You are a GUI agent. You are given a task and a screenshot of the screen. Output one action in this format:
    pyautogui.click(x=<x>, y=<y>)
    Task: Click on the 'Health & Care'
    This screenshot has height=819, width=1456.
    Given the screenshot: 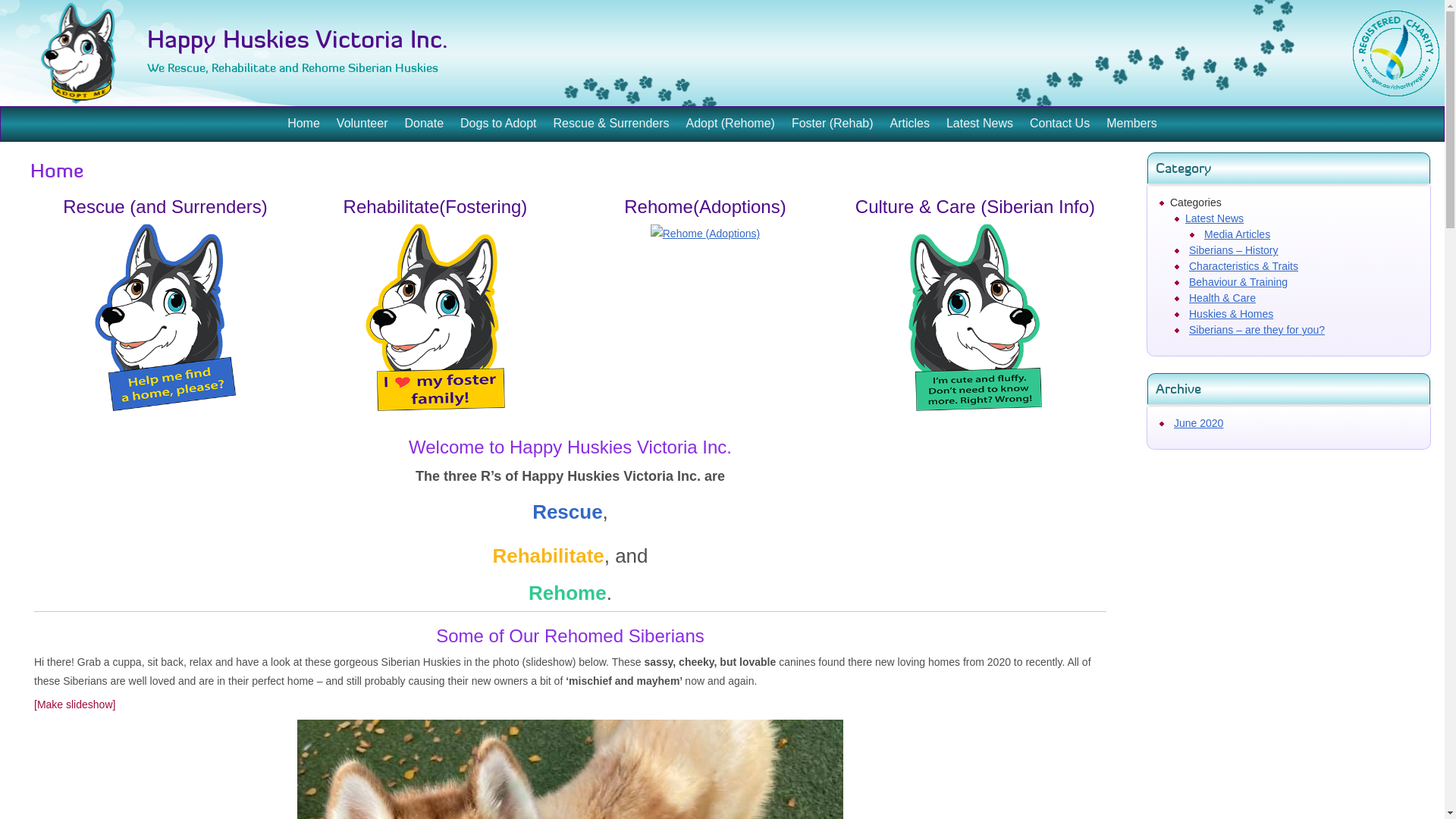 What is the action you would take?
    pyautogui.click(x=1222, y=298)
    